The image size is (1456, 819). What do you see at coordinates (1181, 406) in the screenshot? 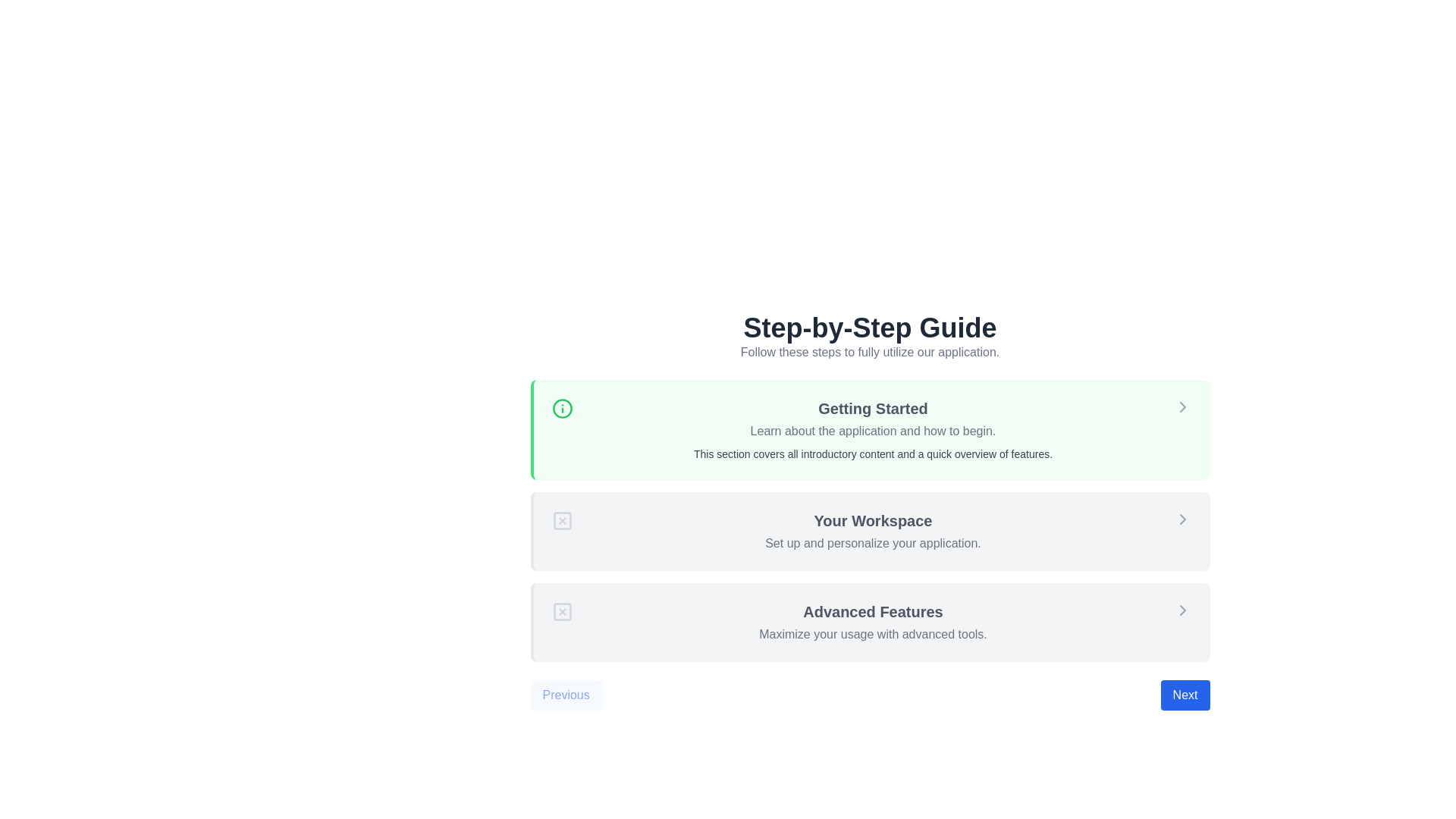
I see `the progression or navigation icon located in the right portion of the 'Getting Started' section, near the top of the interface` at bounding box center [1181, 406].